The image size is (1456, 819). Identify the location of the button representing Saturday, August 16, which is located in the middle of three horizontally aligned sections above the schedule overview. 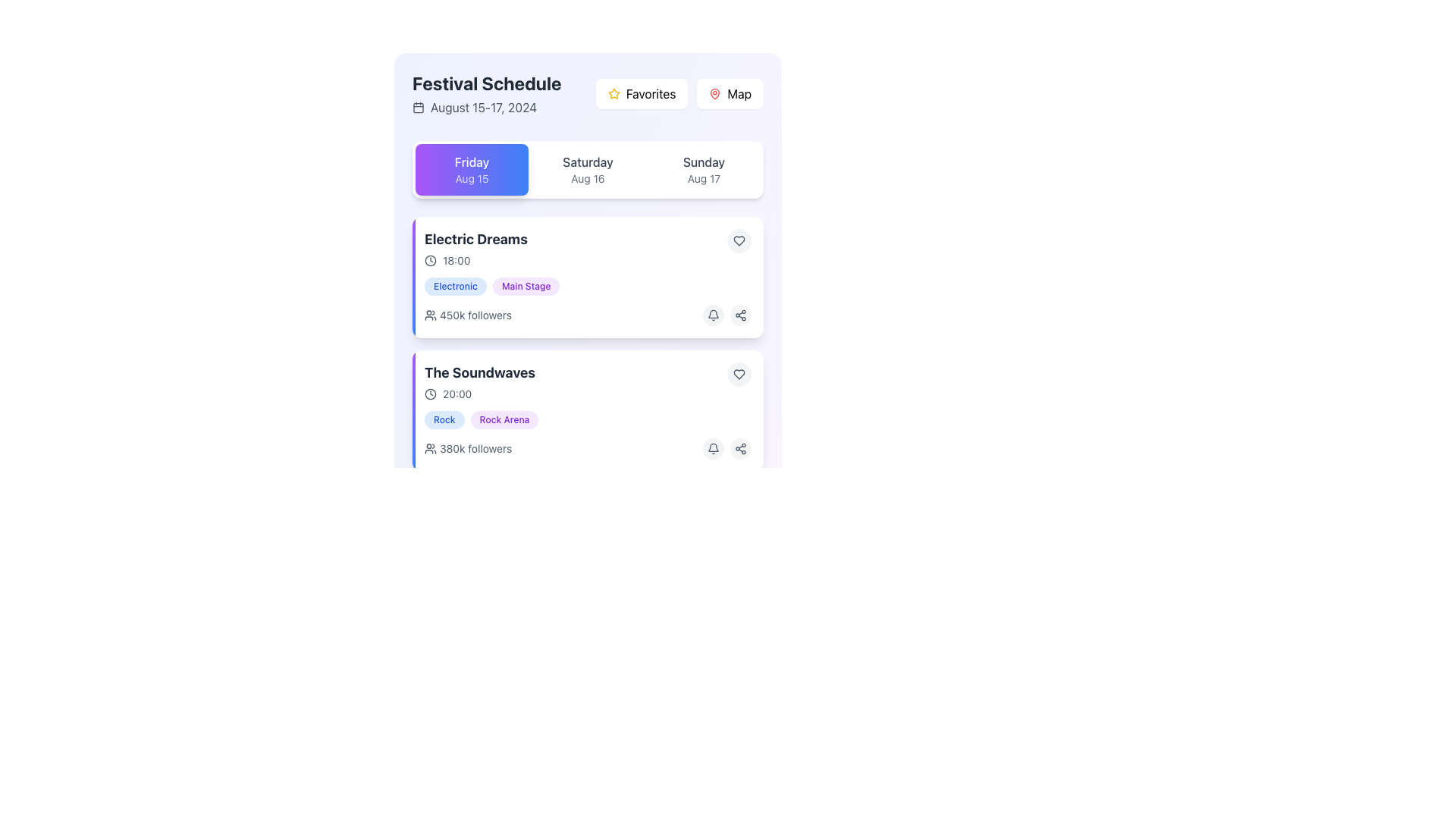
(587, 169).